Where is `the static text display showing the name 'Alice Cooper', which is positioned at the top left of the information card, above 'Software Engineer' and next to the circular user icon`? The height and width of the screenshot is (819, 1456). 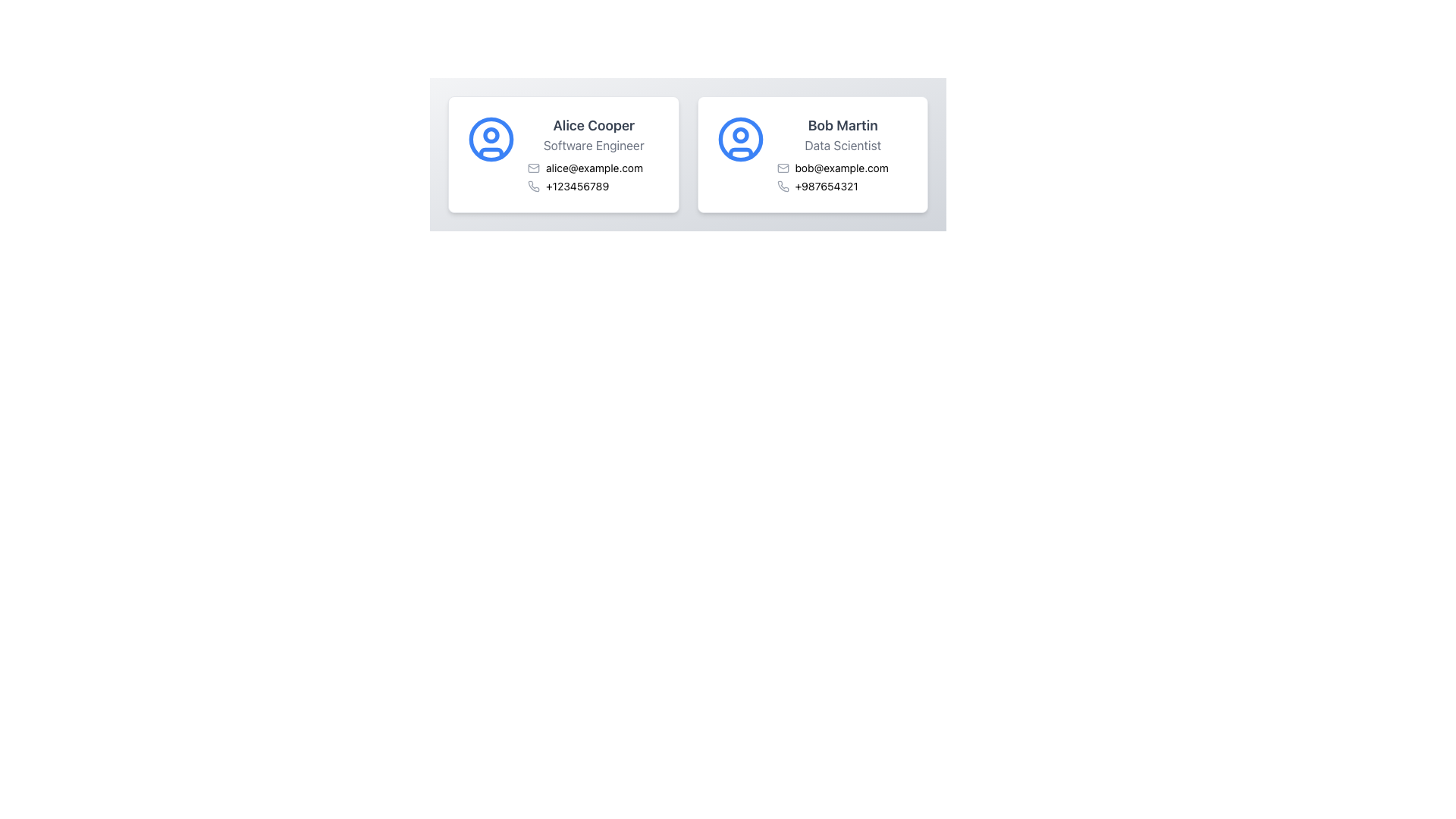 the static text display showing the name 'Alice Cooper', which is positioned at the top left of the information card, above 'Software Engineer' and next to the circular user icon is located at coordinates (593, 124).